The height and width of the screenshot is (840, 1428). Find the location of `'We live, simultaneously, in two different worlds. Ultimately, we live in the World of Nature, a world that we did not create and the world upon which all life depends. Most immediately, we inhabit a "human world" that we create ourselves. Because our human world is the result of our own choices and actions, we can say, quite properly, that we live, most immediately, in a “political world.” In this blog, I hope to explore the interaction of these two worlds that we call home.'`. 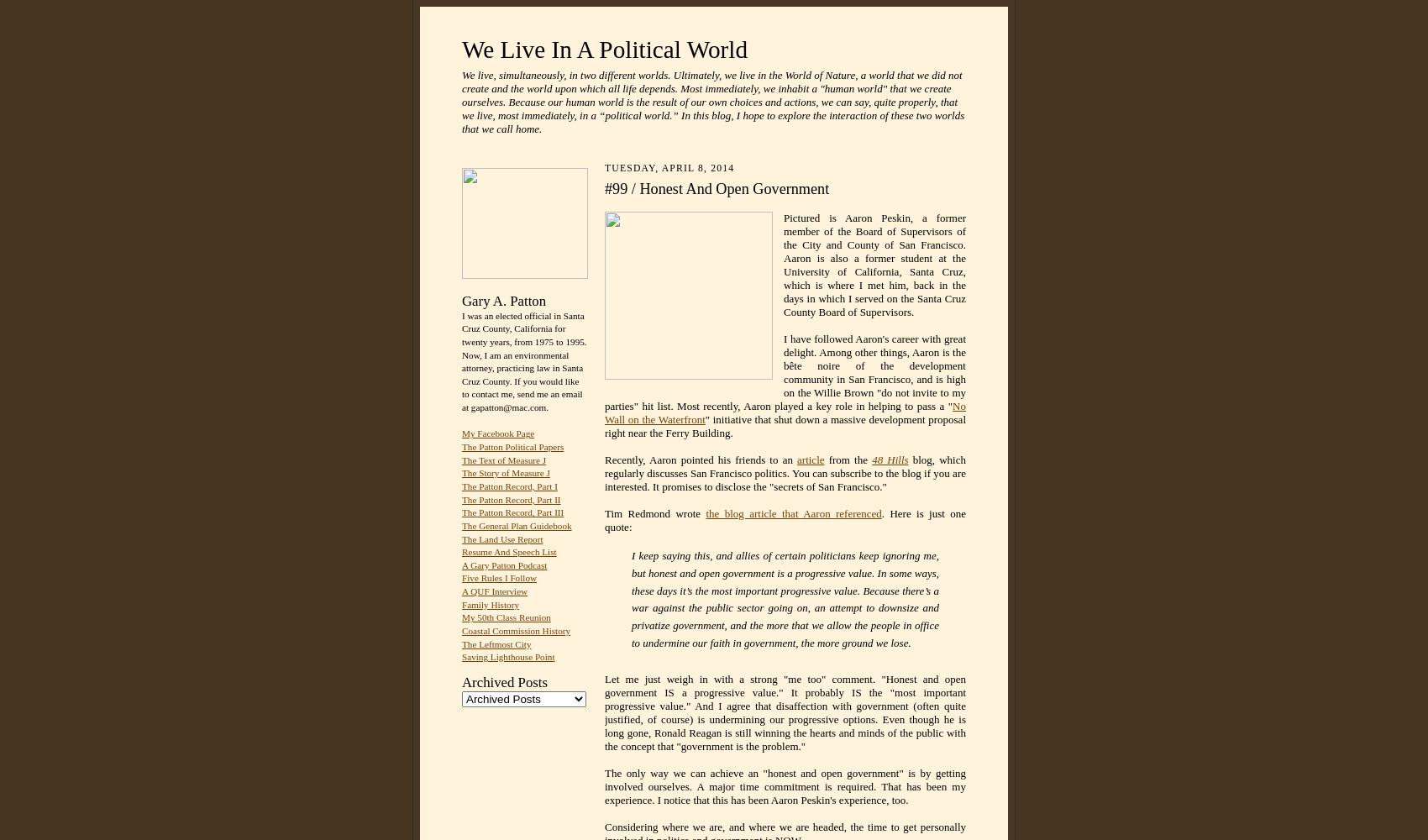

'We live, simultaneously, in two different worlds. Ultimately, we live in the World of Nature, a world that we did not create and the world upon which all life depends. Most immediately, we inhabit a "human world" that we create ourselves. Because our human world is the result of our own choices and actions, we can say, quite properly, that we live, most immediately, in a “political world.” In this blog, I hope to explore the interaction of these two worlds that we call home.' is located at coordinates (711, 101).